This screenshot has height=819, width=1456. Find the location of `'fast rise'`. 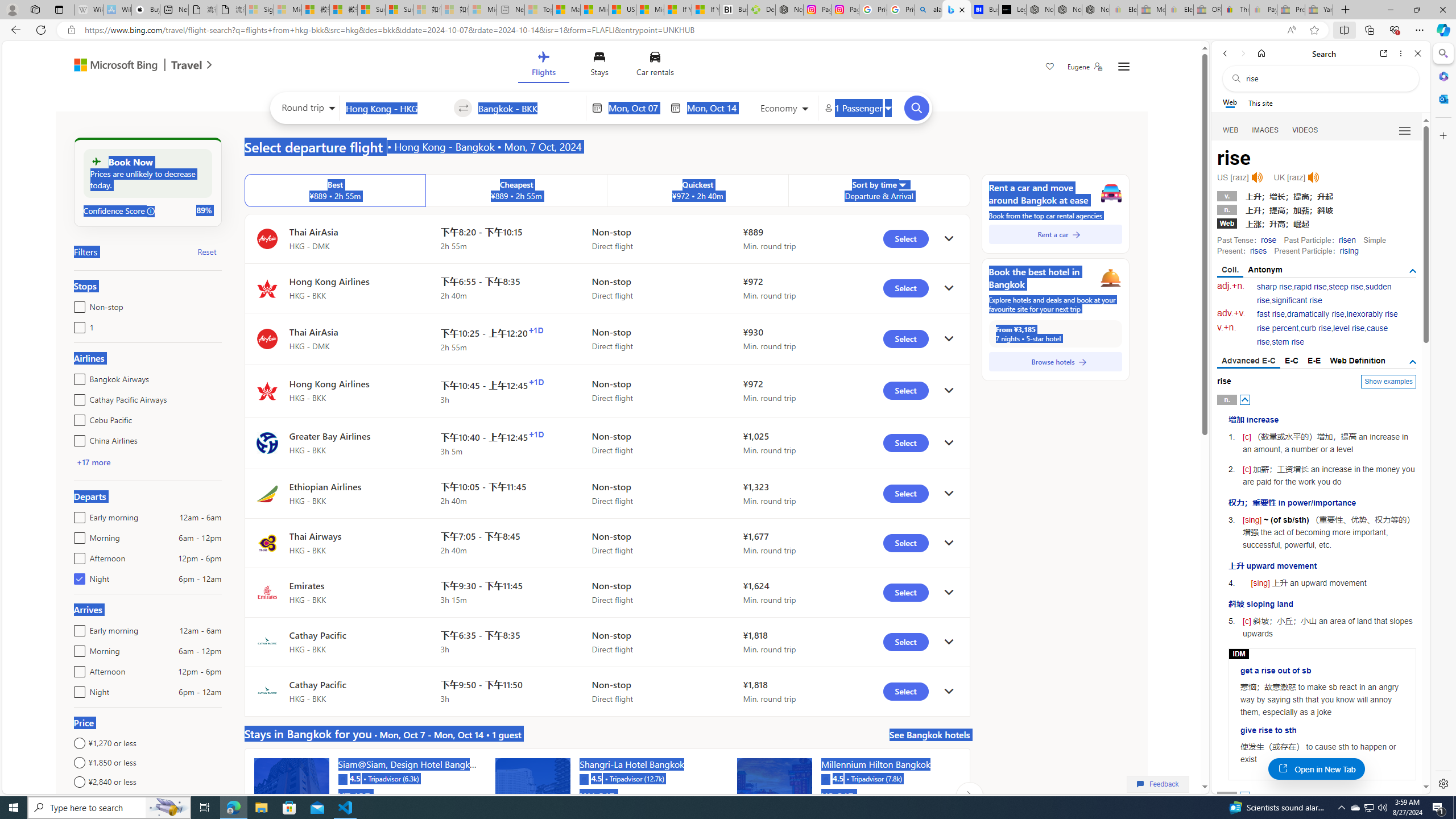

'fast rise' is located at coordinates (1270, 313).